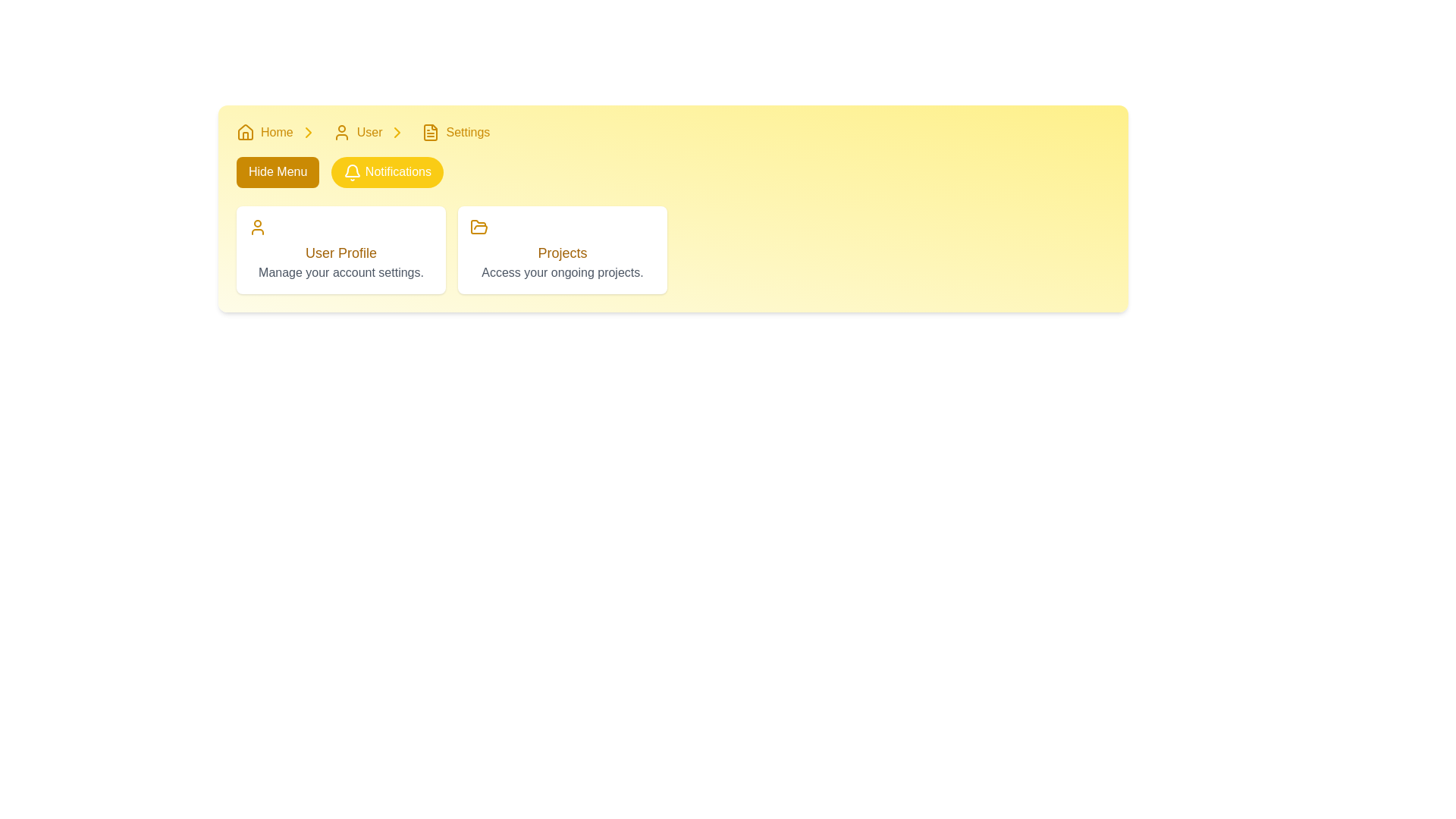 The height and width of the screenshot is (819, 1456). Describe the element at coordinates (388, 171) in the screenshot. I see `the button` at that location.